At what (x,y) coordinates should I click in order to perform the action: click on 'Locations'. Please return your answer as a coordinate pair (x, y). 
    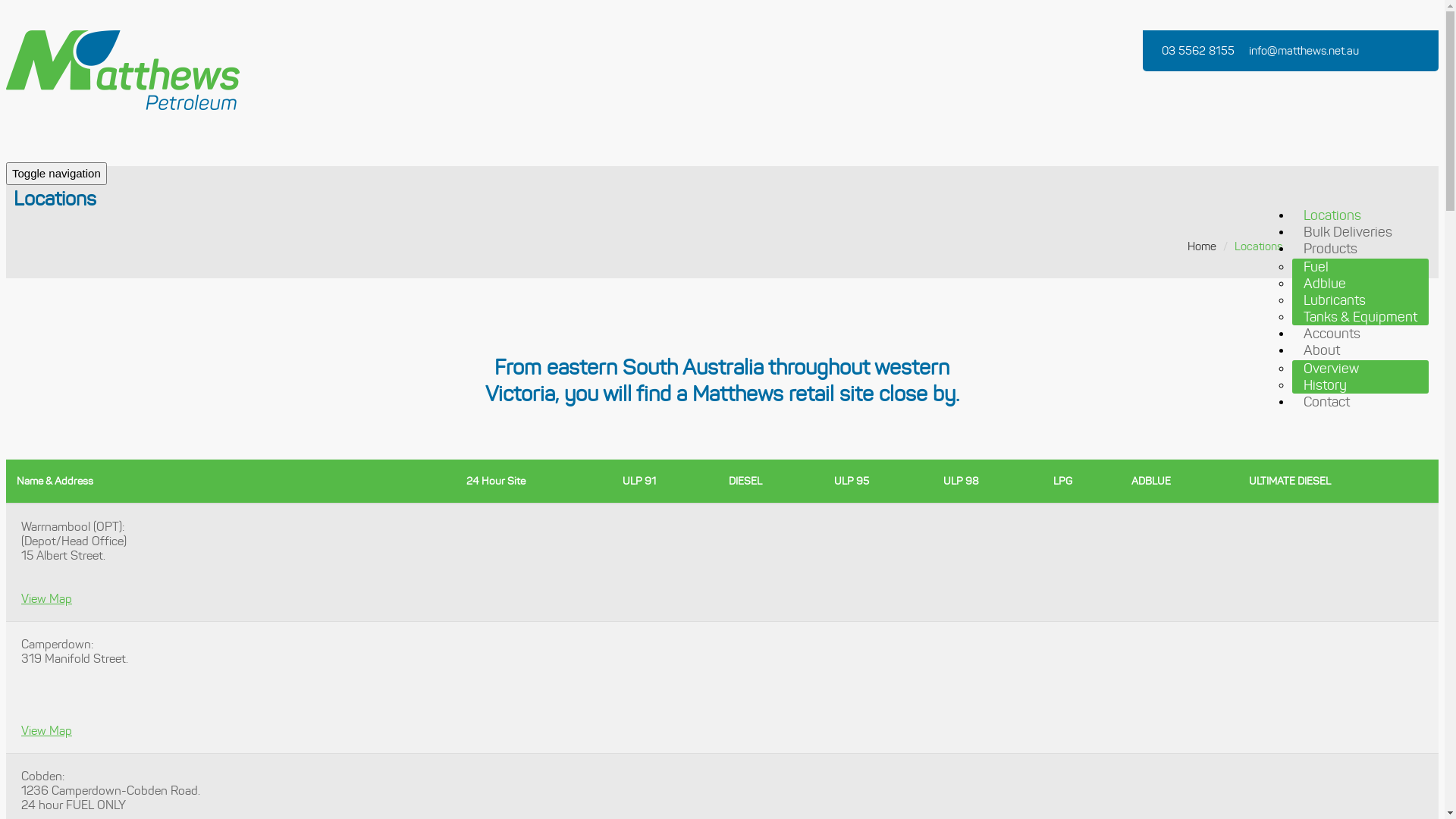
    Looking at the image, I should click on (1331, 215).